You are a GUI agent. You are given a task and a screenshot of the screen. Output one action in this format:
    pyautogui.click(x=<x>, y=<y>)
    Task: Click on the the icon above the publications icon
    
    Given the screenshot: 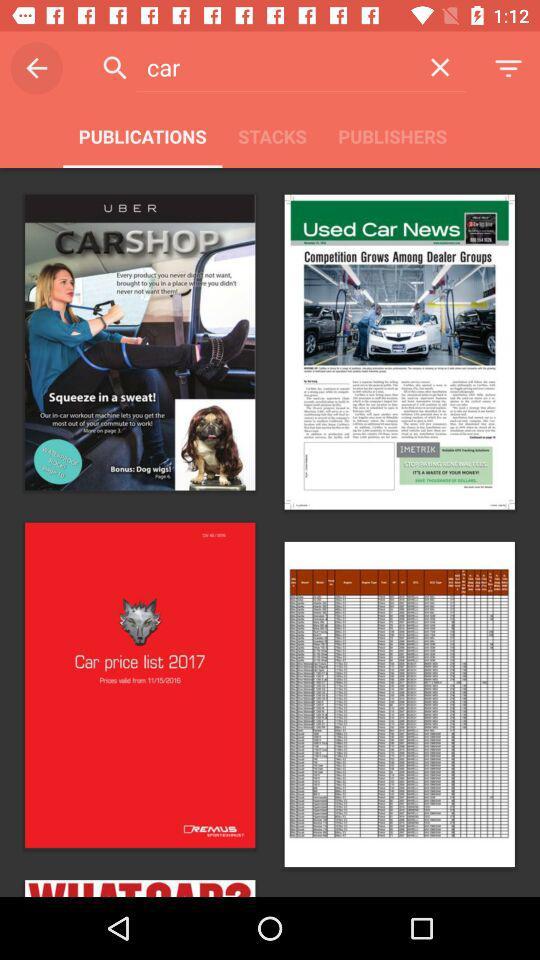 What is the action you would take?
    pyautogui.click(x=36, y=68)
    